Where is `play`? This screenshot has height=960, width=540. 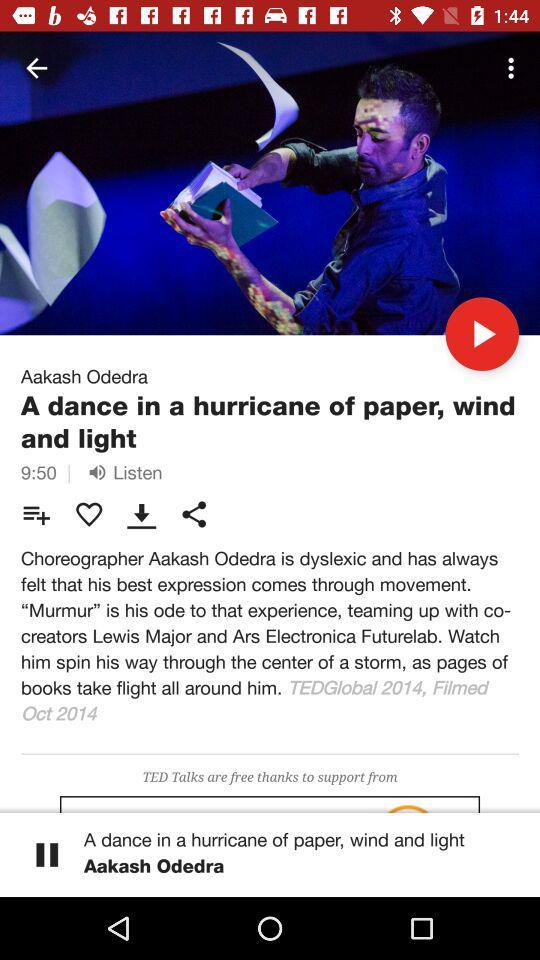 play is located at coordinates (481, 333).